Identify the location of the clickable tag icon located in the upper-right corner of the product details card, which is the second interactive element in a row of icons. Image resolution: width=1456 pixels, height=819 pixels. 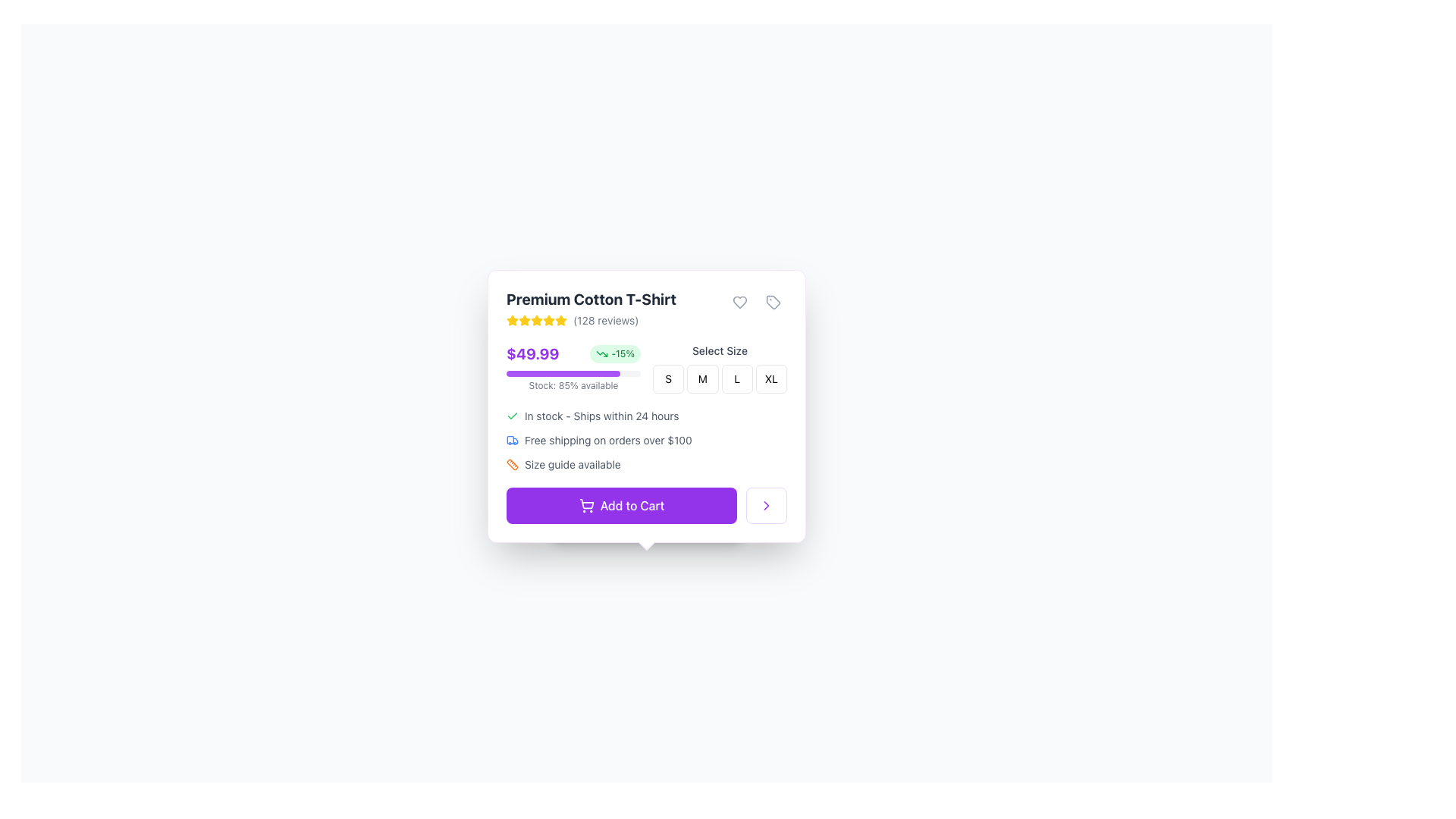
(773, 302).